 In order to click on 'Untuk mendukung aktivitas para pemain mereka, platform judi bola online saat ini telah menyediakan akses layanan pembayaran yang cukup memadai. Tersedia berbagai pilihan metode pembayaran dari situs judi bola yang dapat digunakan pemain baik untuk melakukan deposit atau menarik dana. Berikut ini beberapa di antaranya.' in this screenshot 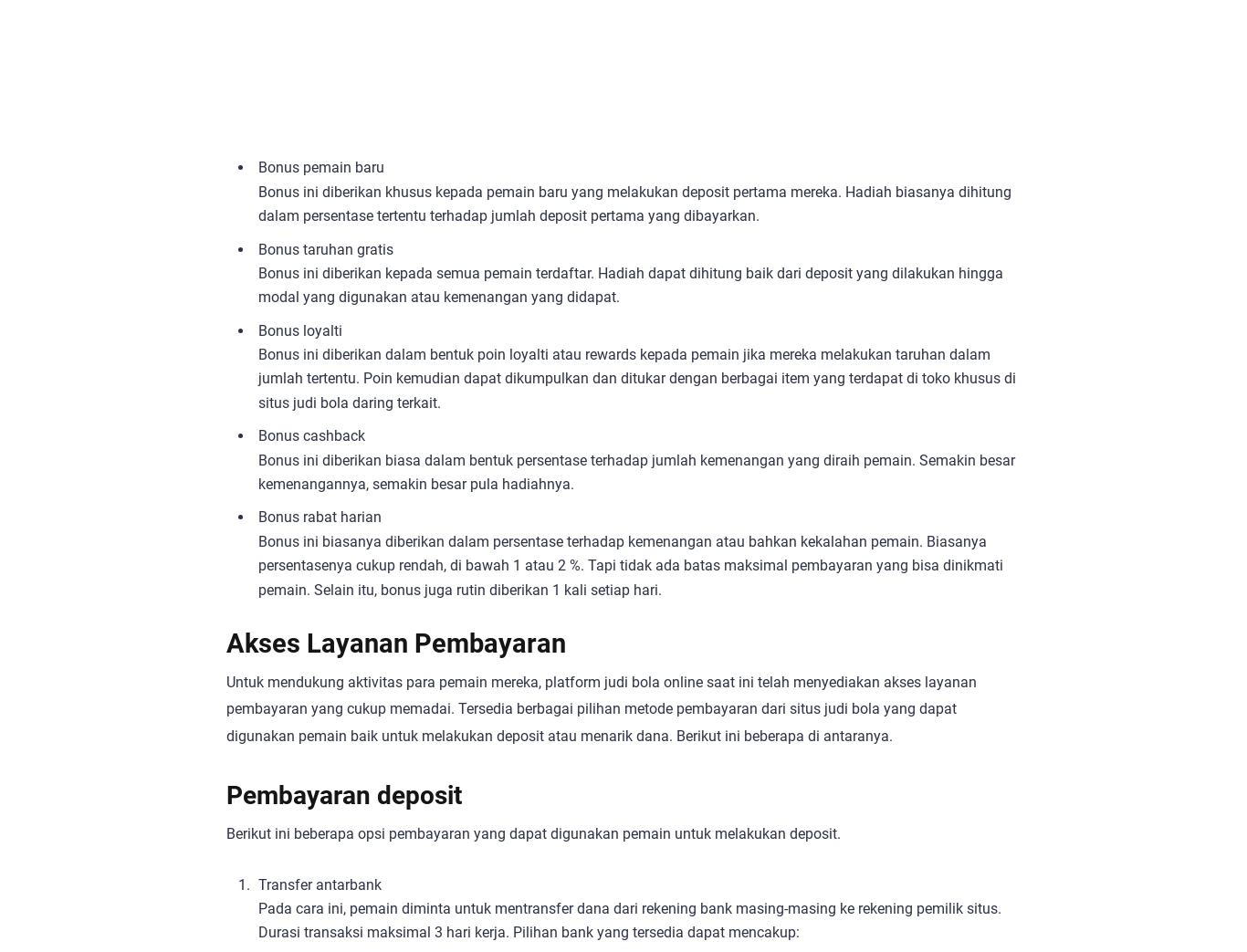, I will do `click(600, 706)`.